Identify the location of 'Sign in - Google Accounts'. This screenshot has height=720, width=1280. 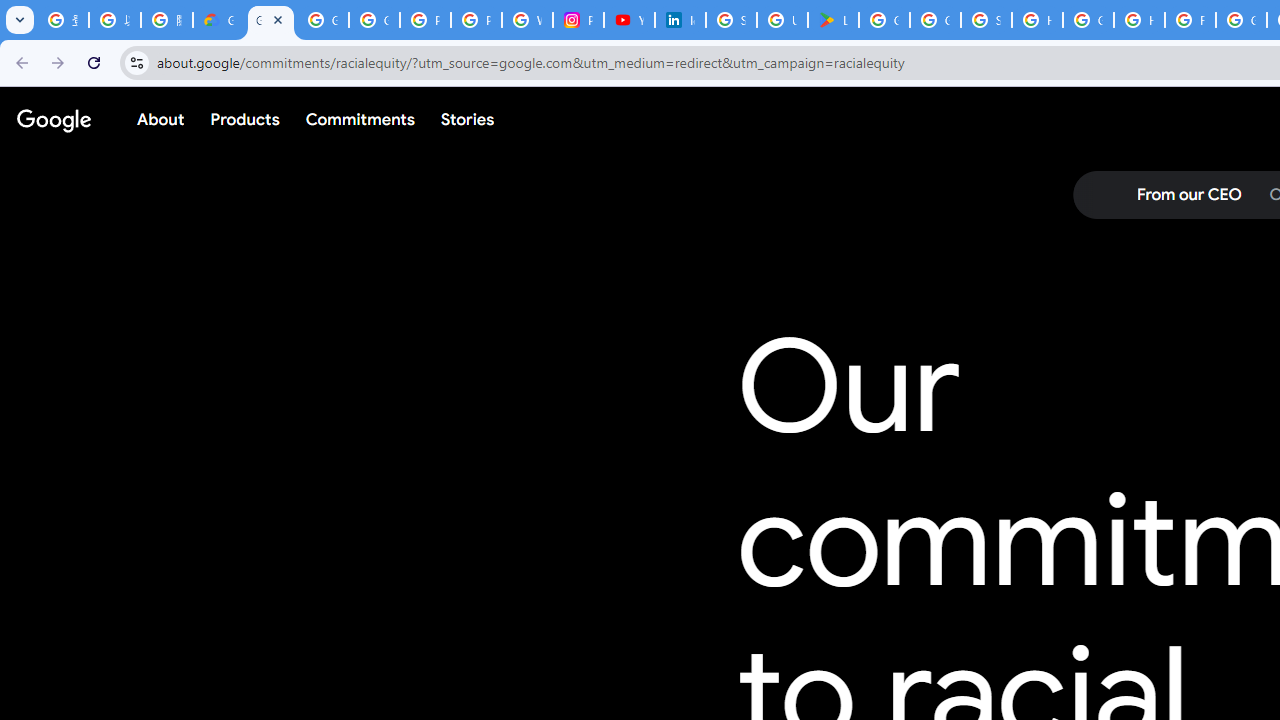
(730, 20).